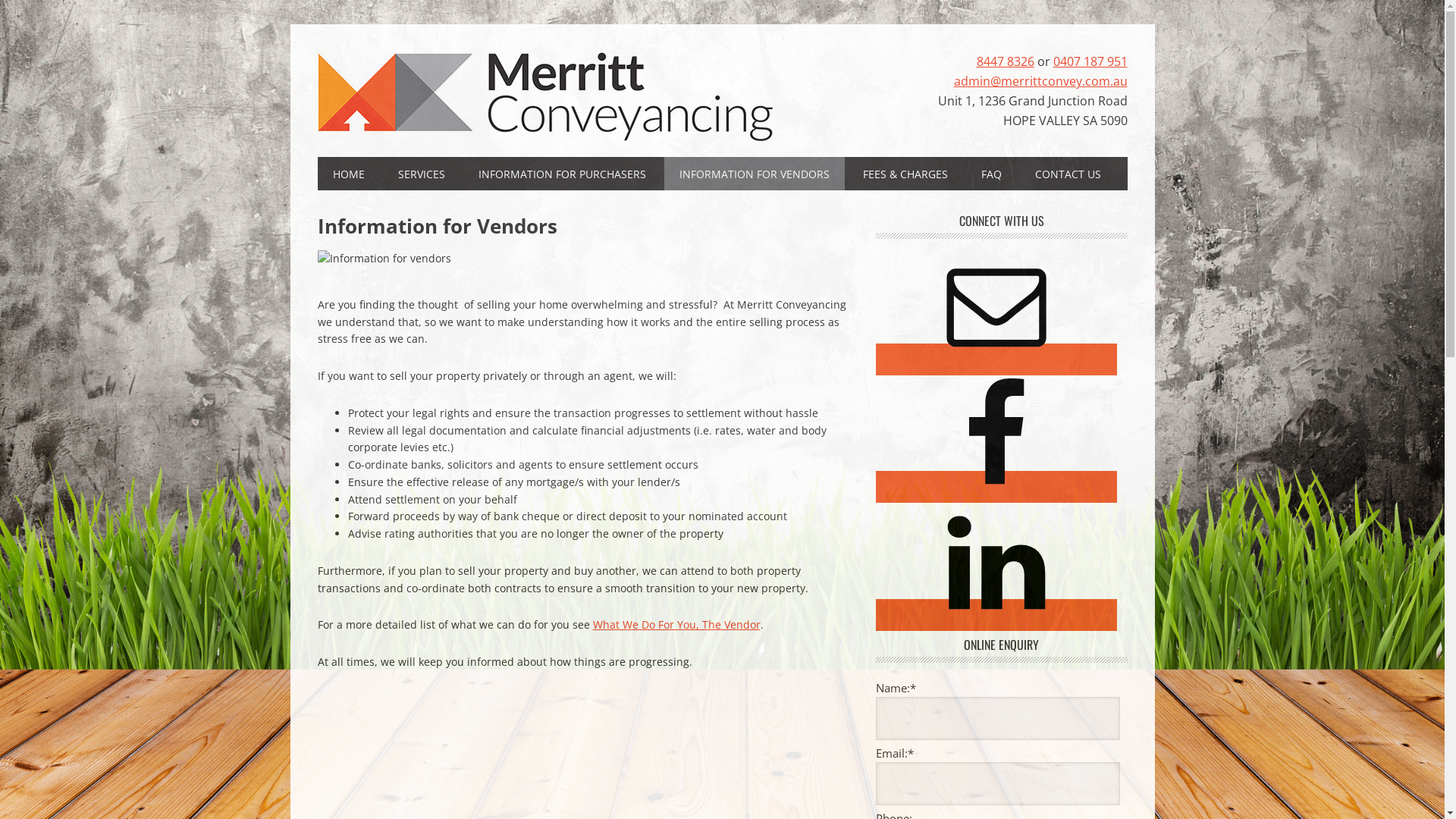 The width and height of the screenshot is (1456, 819). What do you see at coordinates (664, 172) in the screenshot?
I see `'INFORMATION FOR VENDORS'` at bounding box center [664, 172].